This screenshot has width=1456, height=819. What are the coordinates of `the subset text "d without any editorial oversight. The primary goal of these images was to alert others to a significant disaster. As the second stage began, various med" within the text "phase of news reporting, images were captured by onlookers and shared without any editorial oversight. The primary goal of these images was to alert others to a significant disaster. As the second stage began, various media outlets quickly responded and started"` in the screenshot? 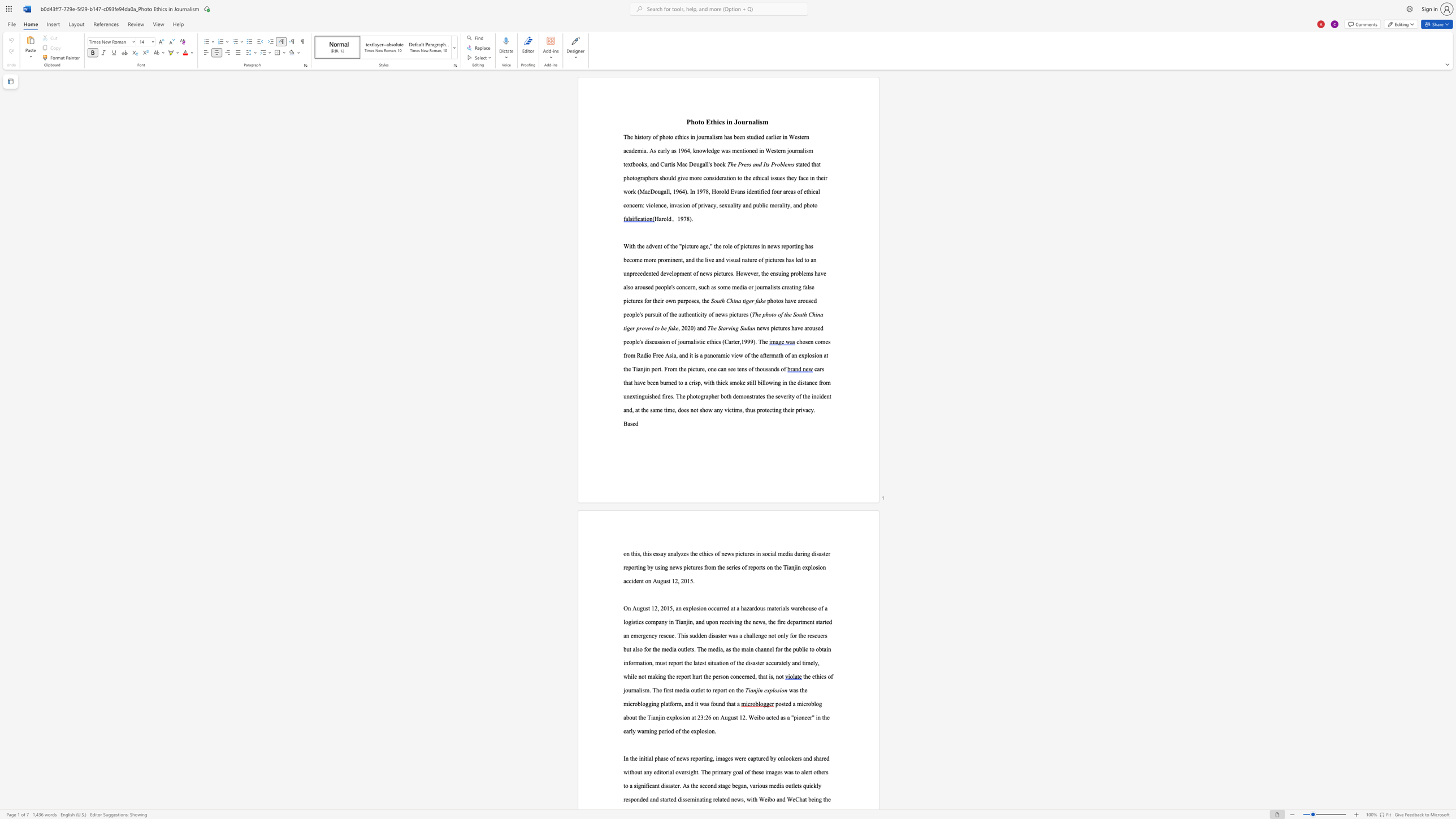 It's located at (826, 759).